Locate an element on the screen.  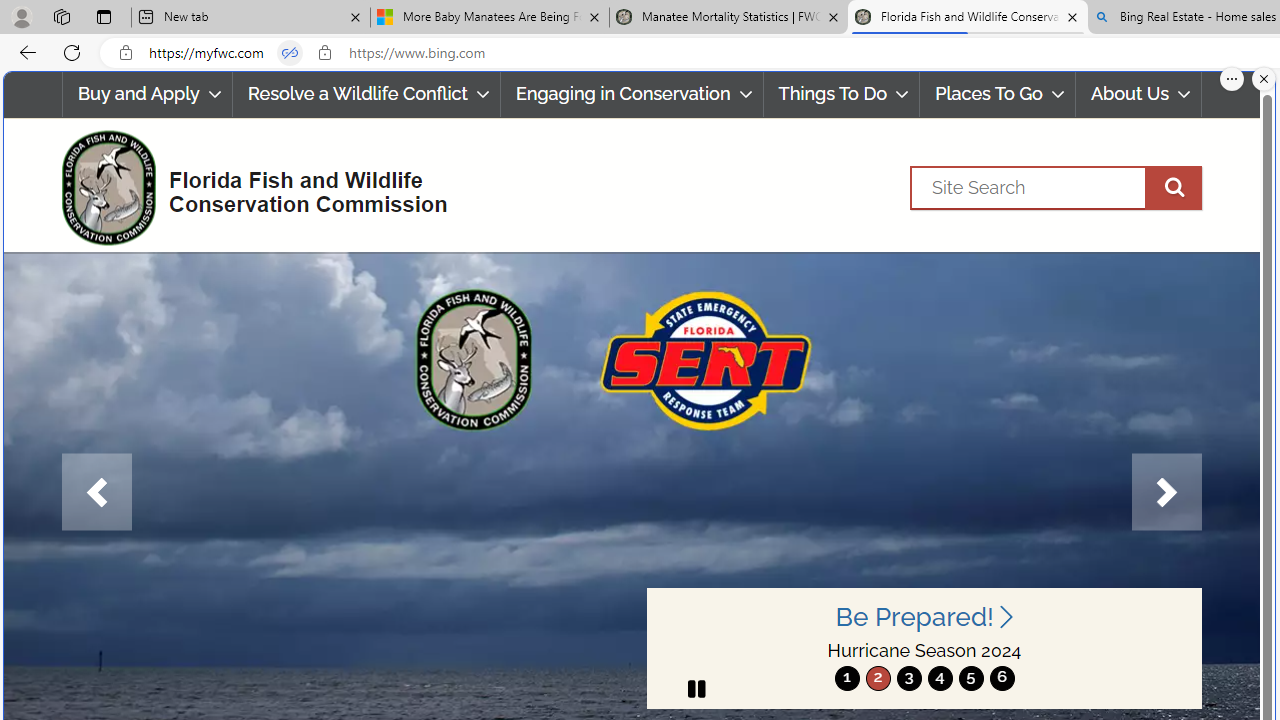
'View site information' is located at coordinates (325, 52).